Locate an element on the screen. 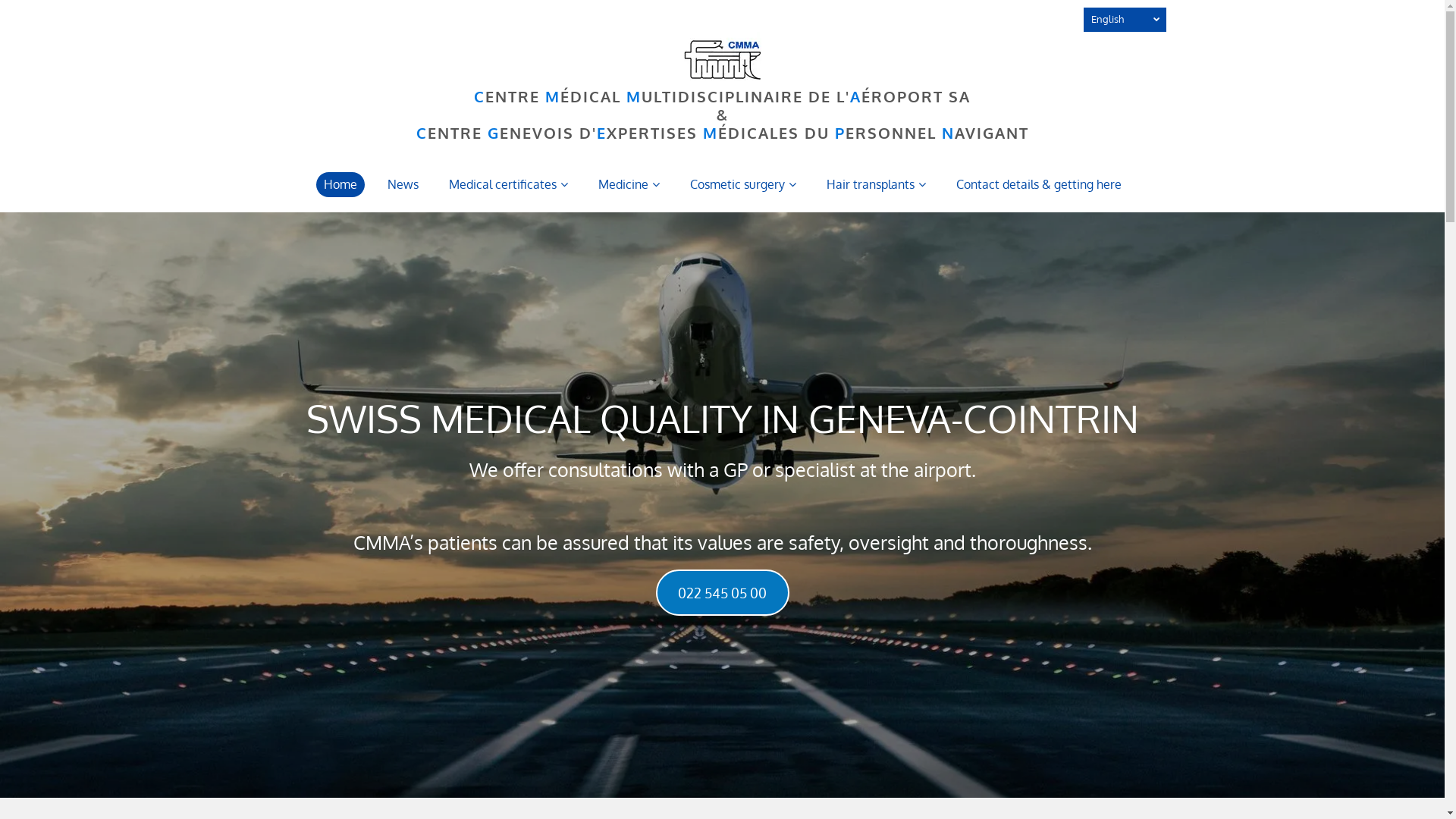  'ENEVOIS D'' is located at coordinates (546, 131).